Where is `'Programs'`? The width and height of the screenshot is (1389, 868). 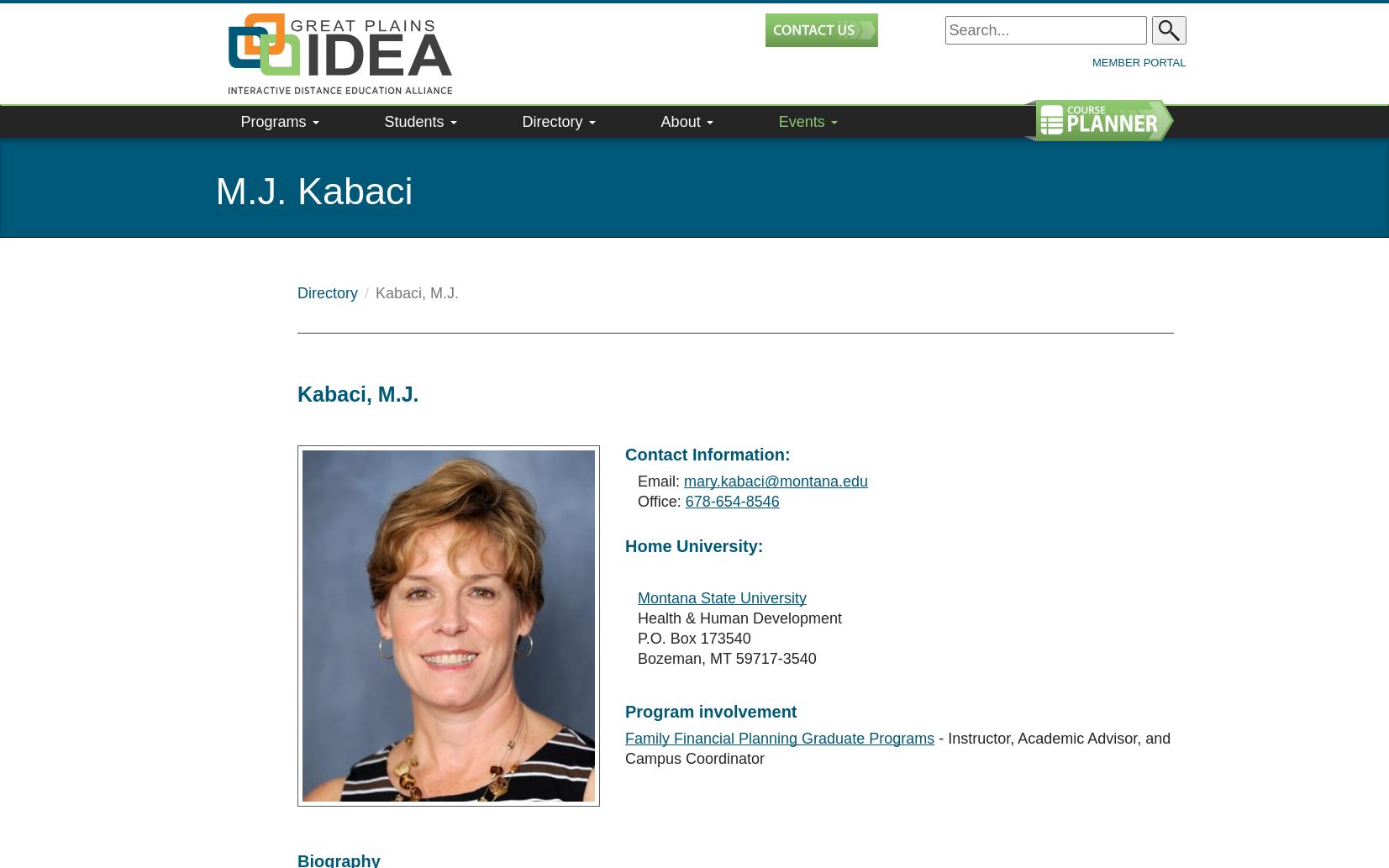 'Programs' is located at coordinates (274, 81).